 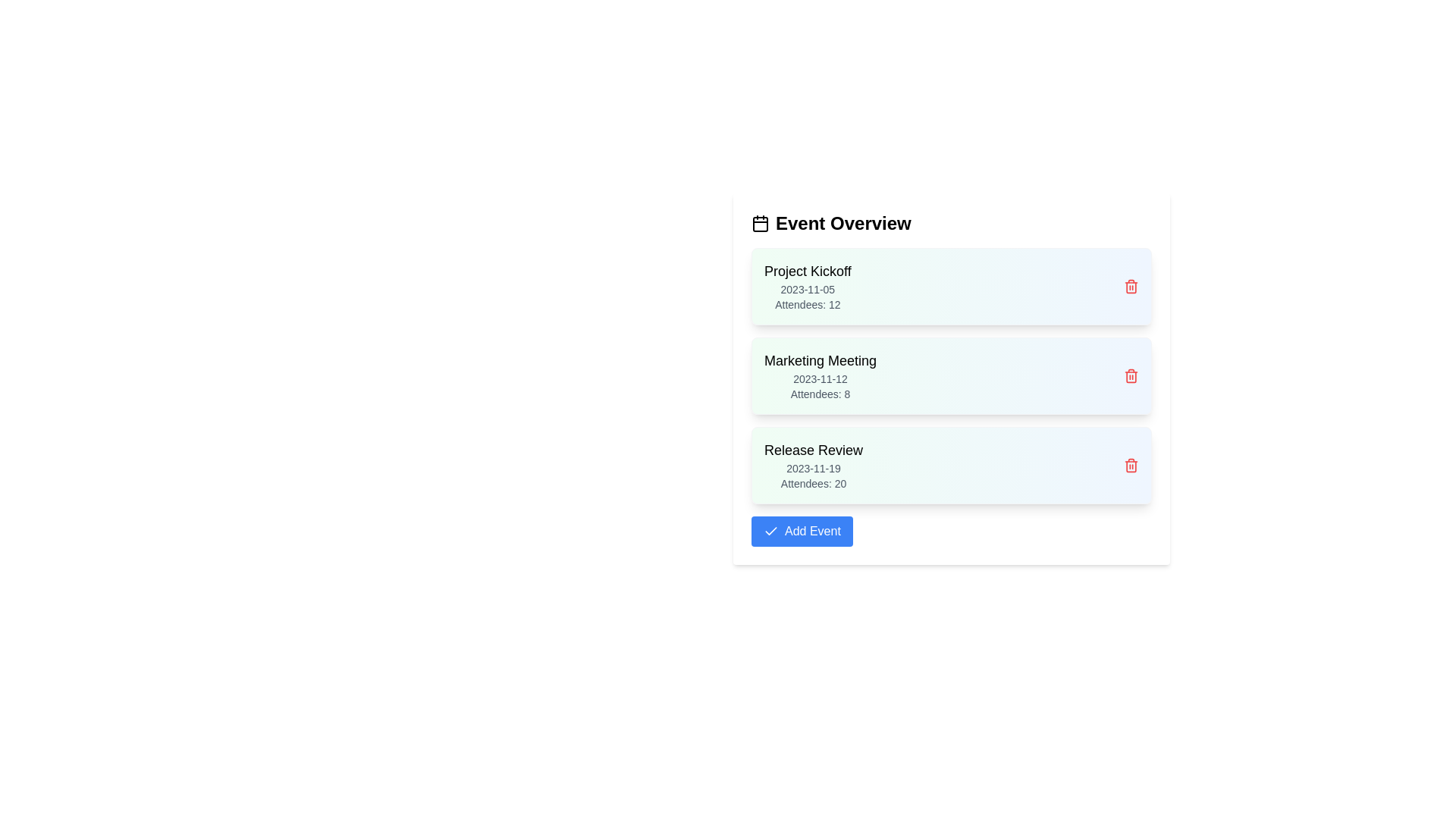 I want to click on 'Add Event' button to initiate adding a new event, so click(x=800, y=531).